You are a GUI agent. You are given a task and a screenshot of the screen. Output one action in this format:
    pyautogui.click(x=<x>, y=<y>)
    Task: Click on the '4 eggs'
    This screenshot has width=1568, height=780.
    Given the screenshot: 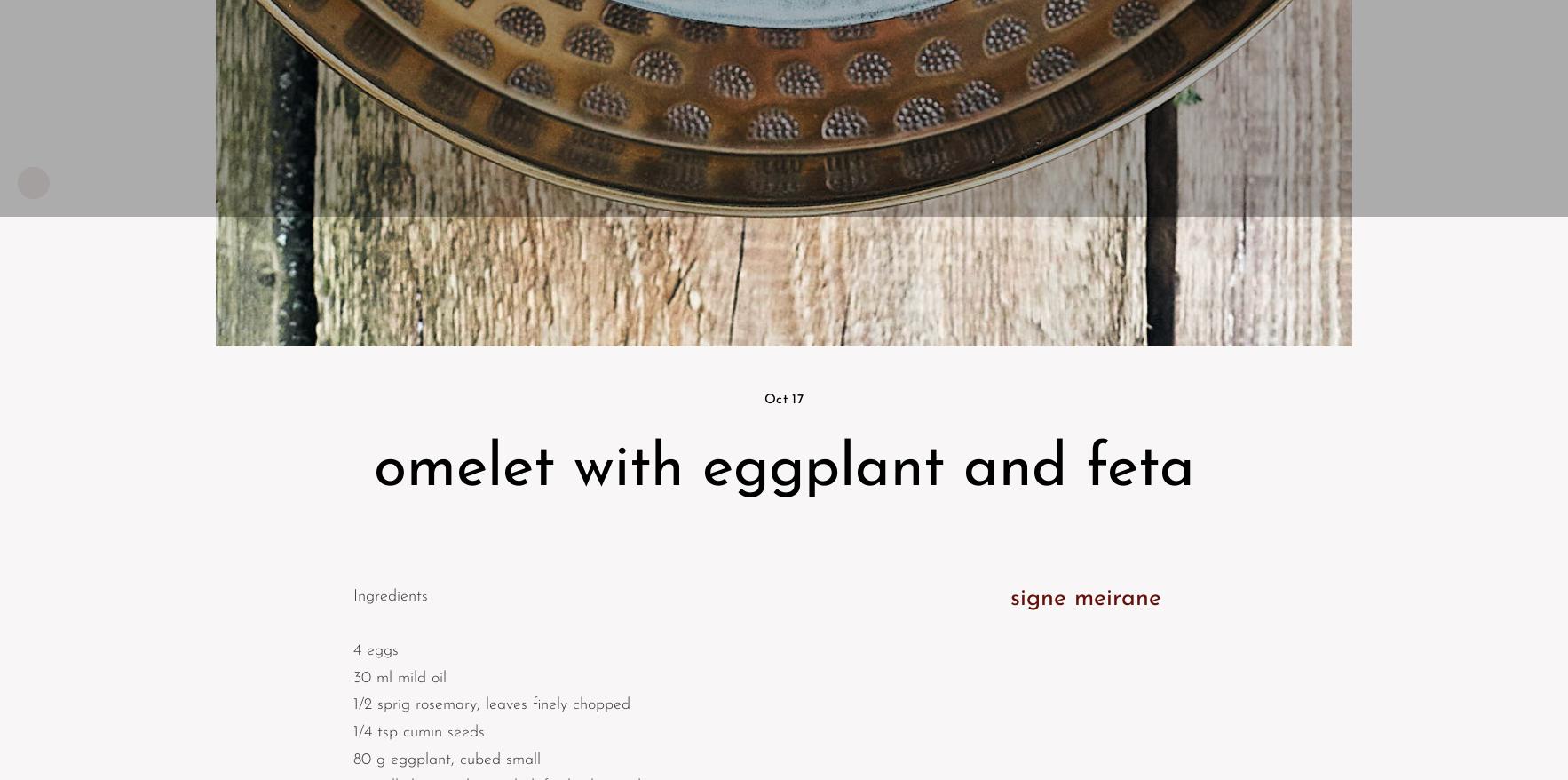 What is the action you would take?
    pyautogui.click(x=352, y=649)
    